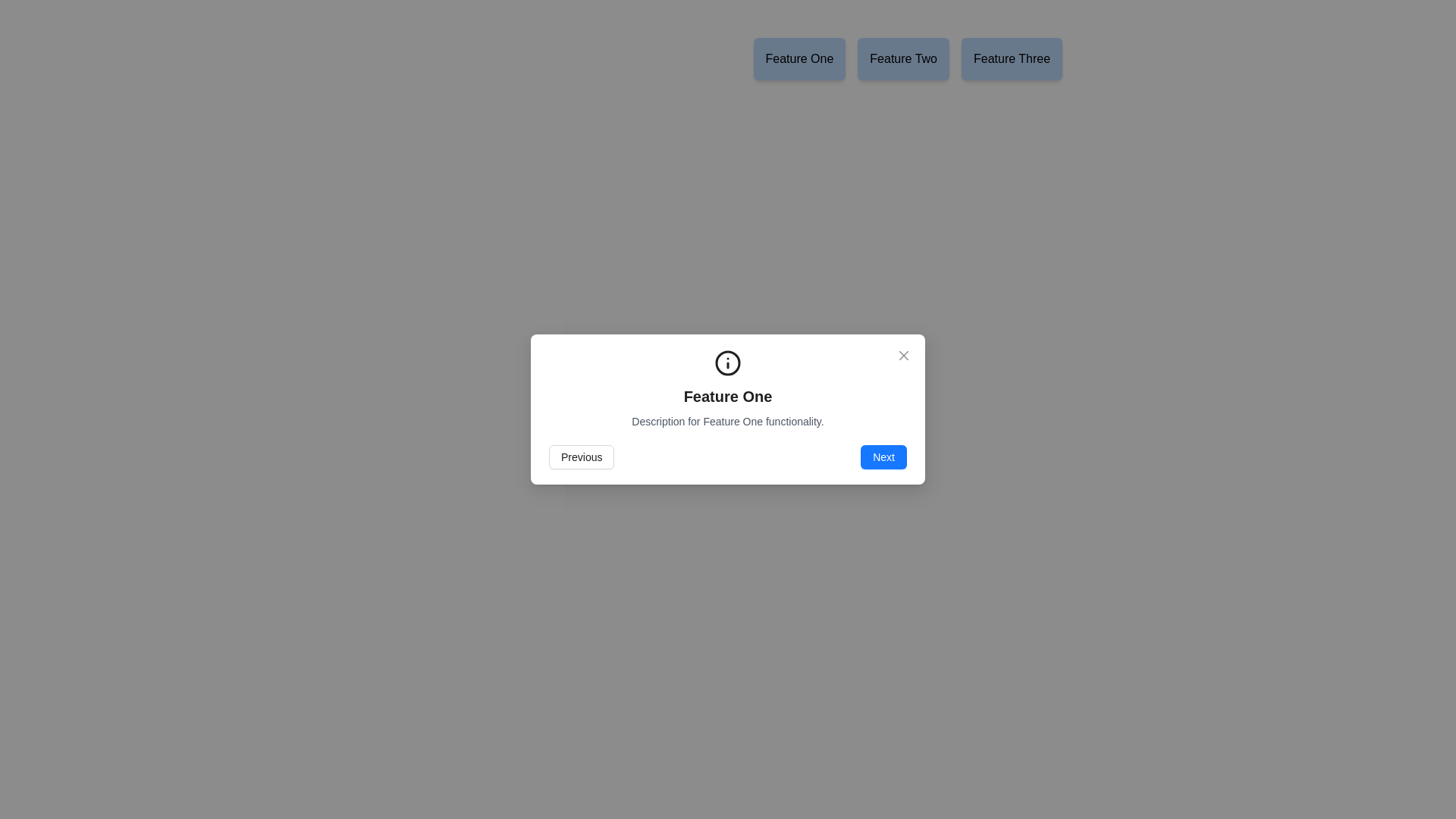 This screenshot has width=1456, height=819. I want to click on the rectangular button with a blue background labeled 'Feature Two', so click(903, 58).